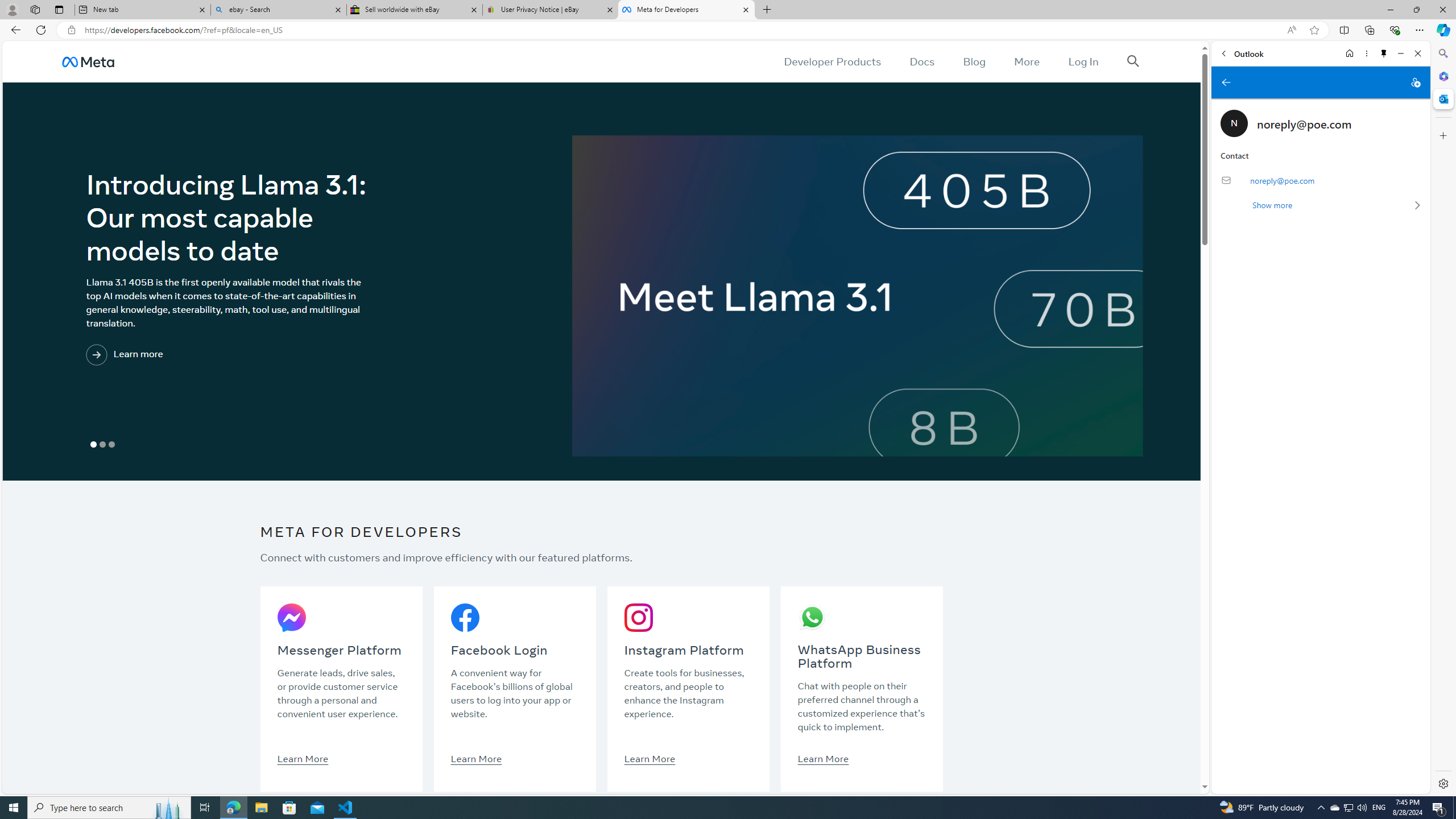  Describe the element at coordinates (1027, 61) in the screenshot. I see `'More'` at that location.